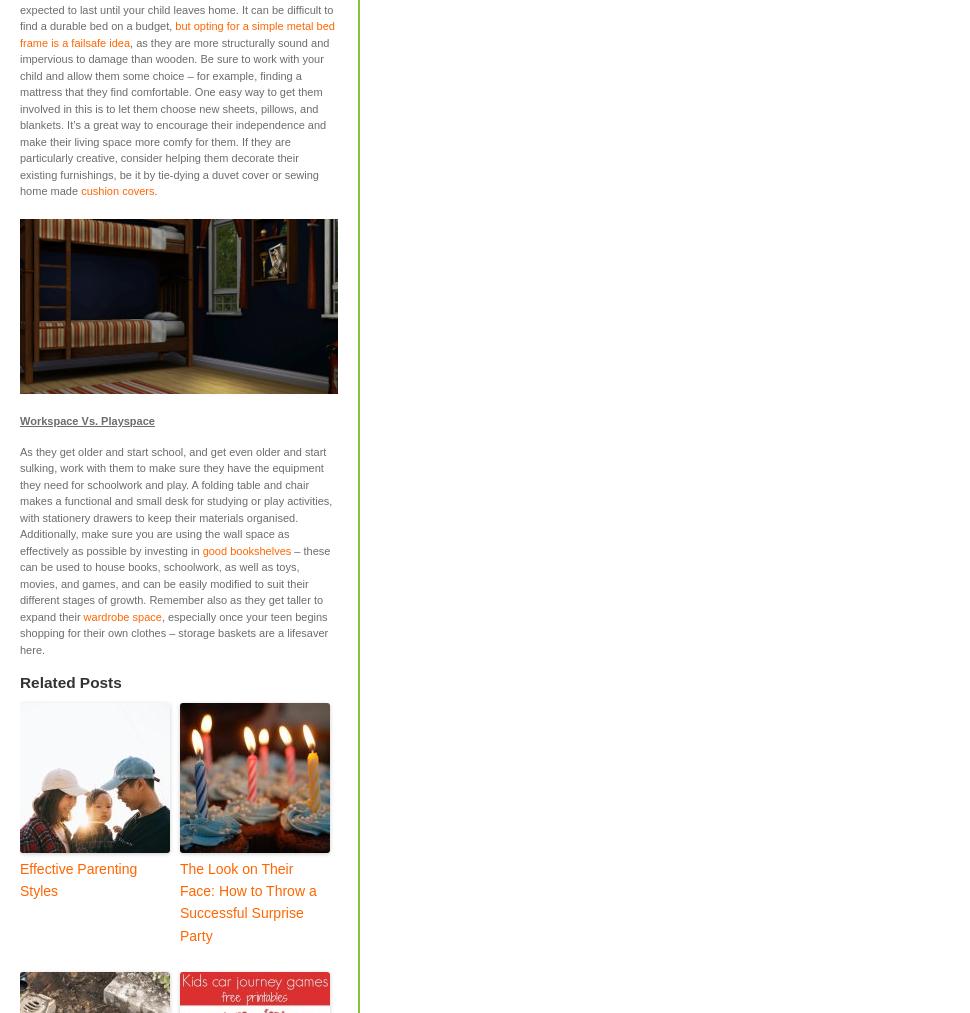 This screenshot has height=1013, width=970. I want to click on 'good bookshelves', so click(245, 549).